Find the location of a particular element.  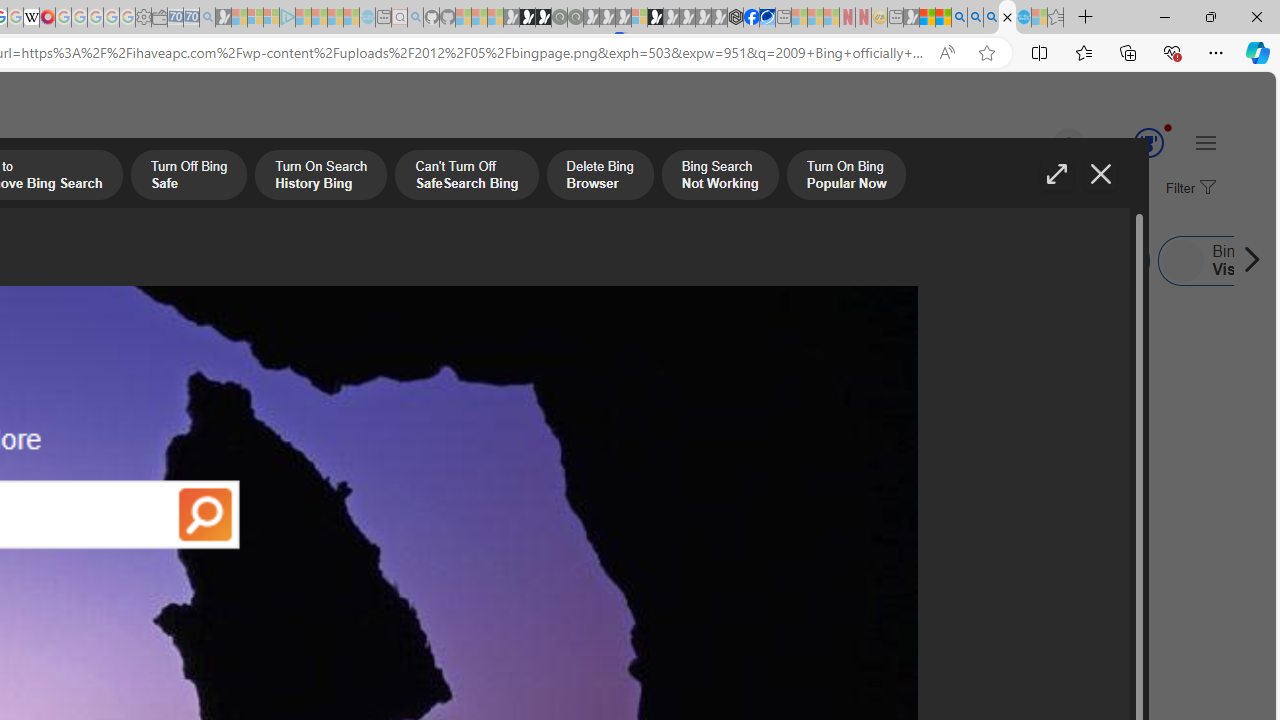

'New tab - Sleeping' is located at coordinates (894, 17).